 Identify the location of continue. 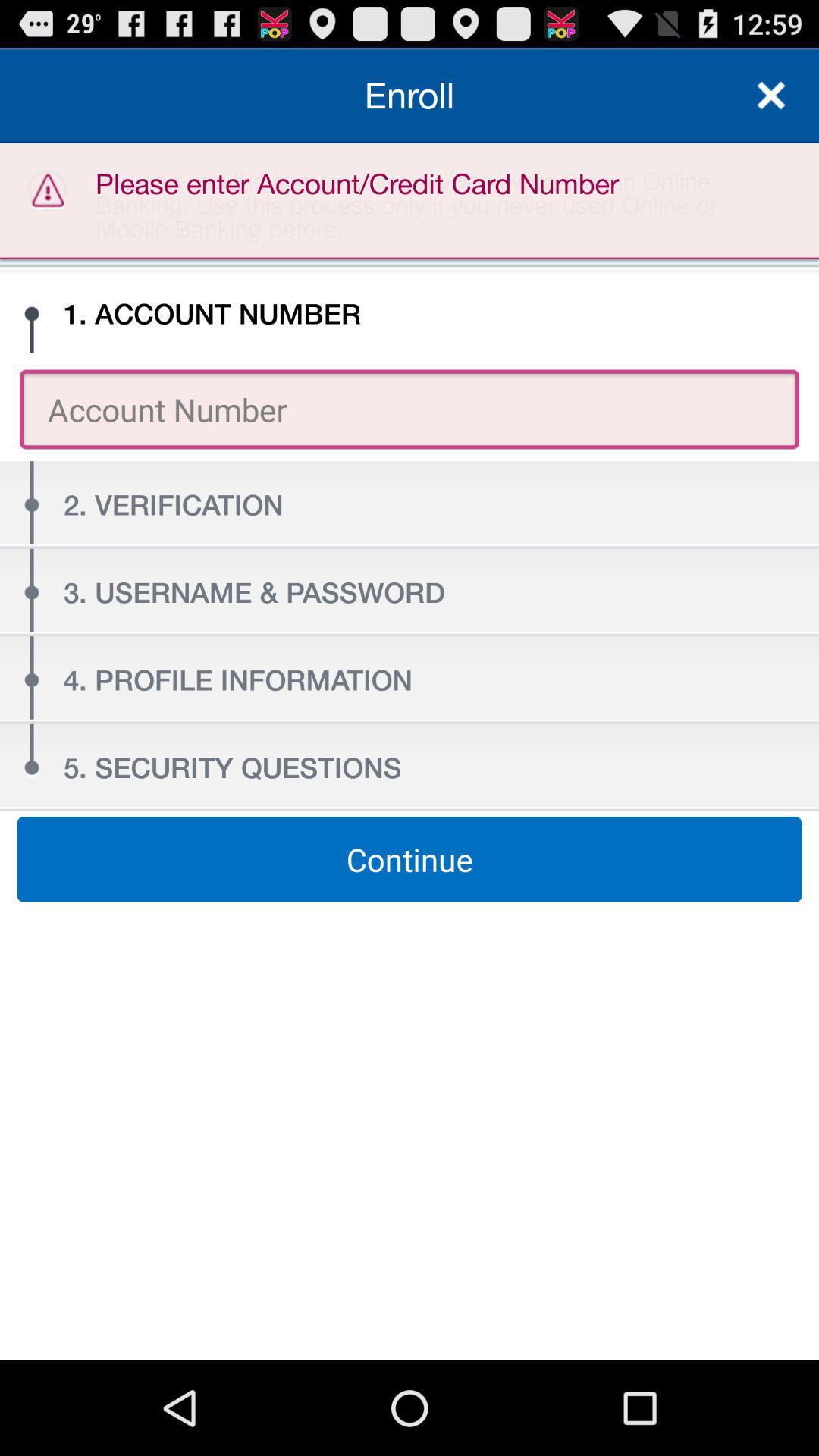
(409, 859).